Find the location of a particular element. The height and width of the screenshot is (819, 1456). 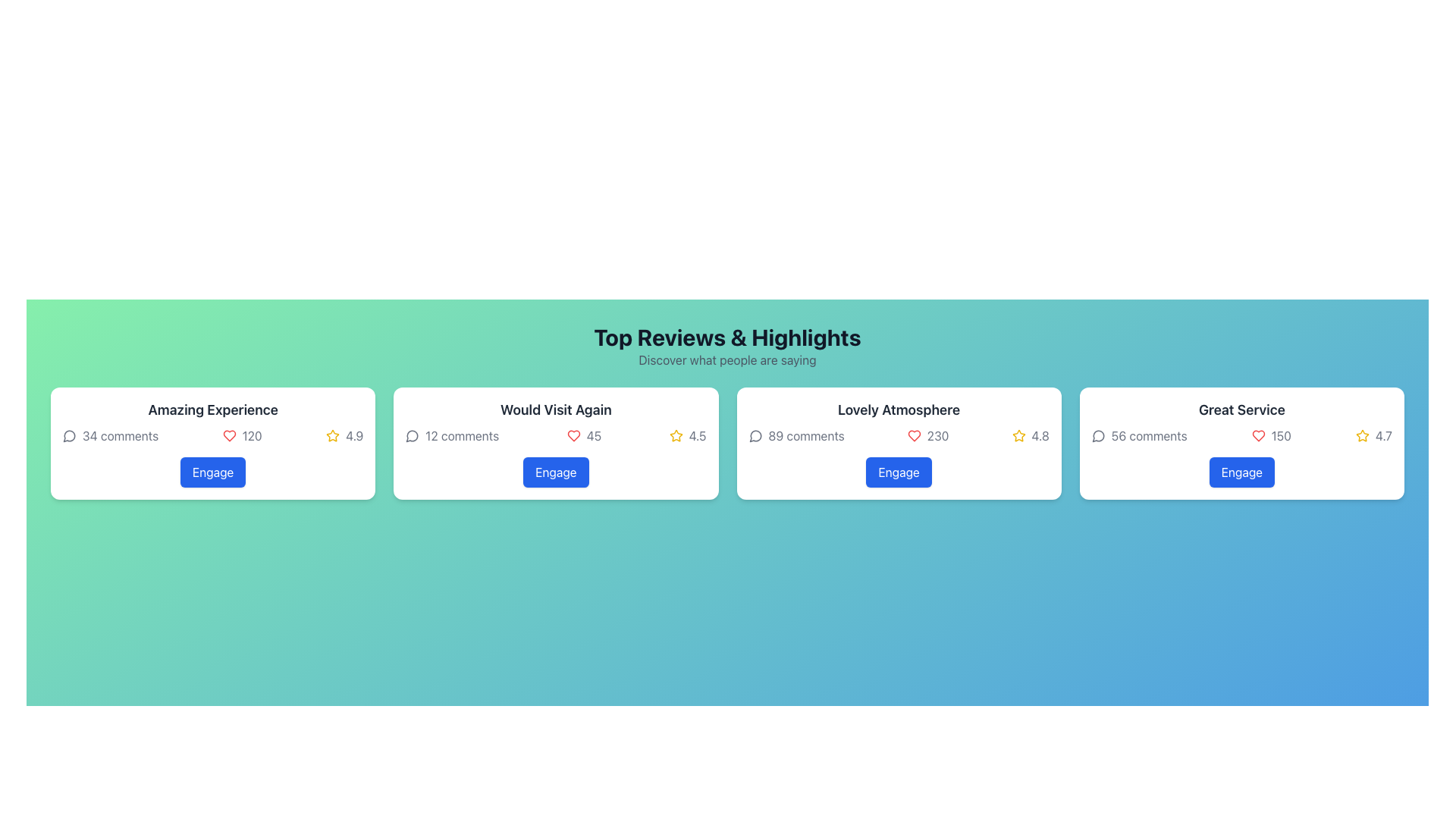

the text header that reads 'Top Reviews & Highlights', which is centrally located at the top of the section and displayed in bold black font against a light gradient background is located at coordinates (726, 336).